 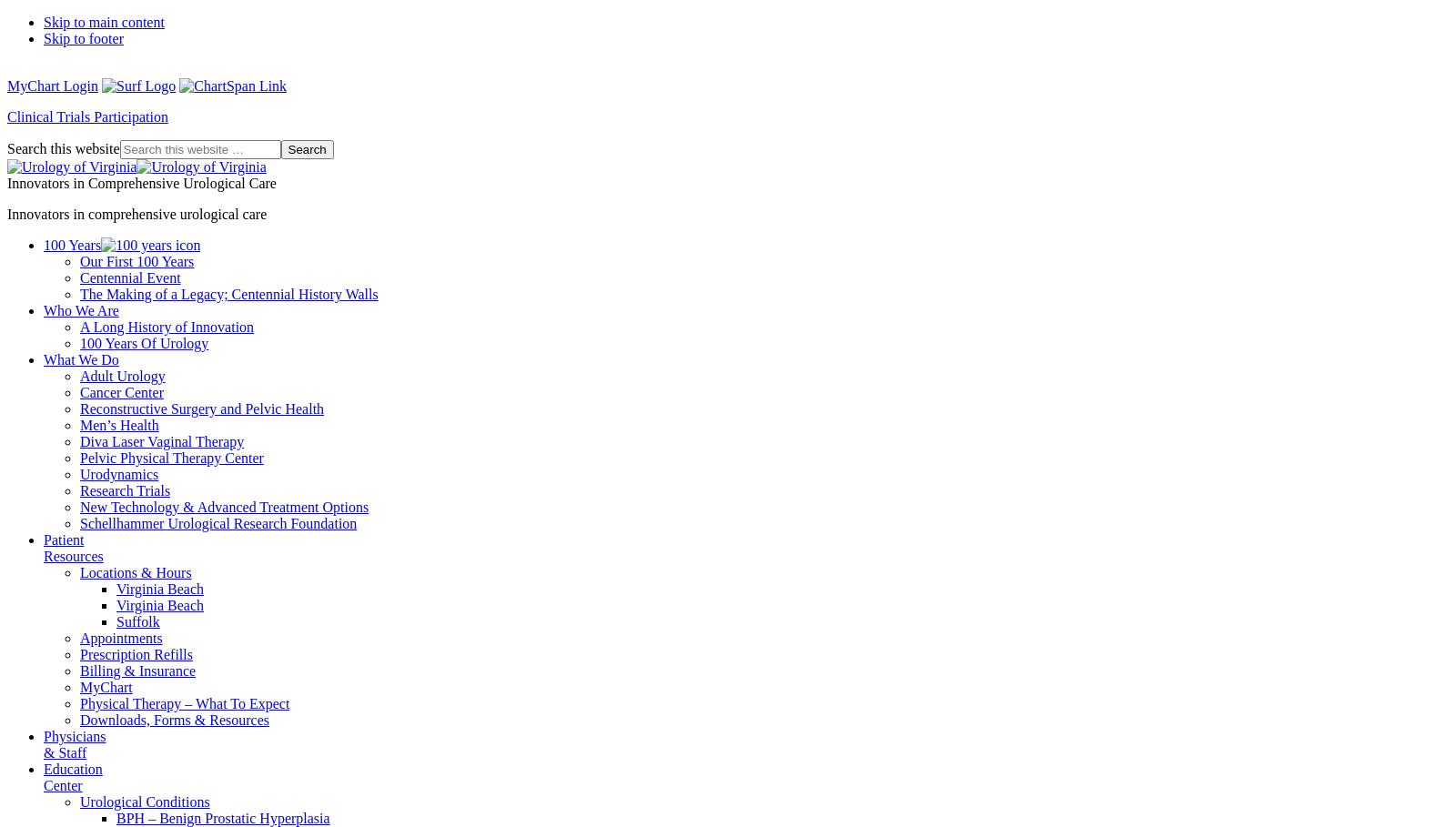 What do you see at coordinates (136, 621) in the screenshot?
I see `'Suffolk'` at bounding box center [136, 621].